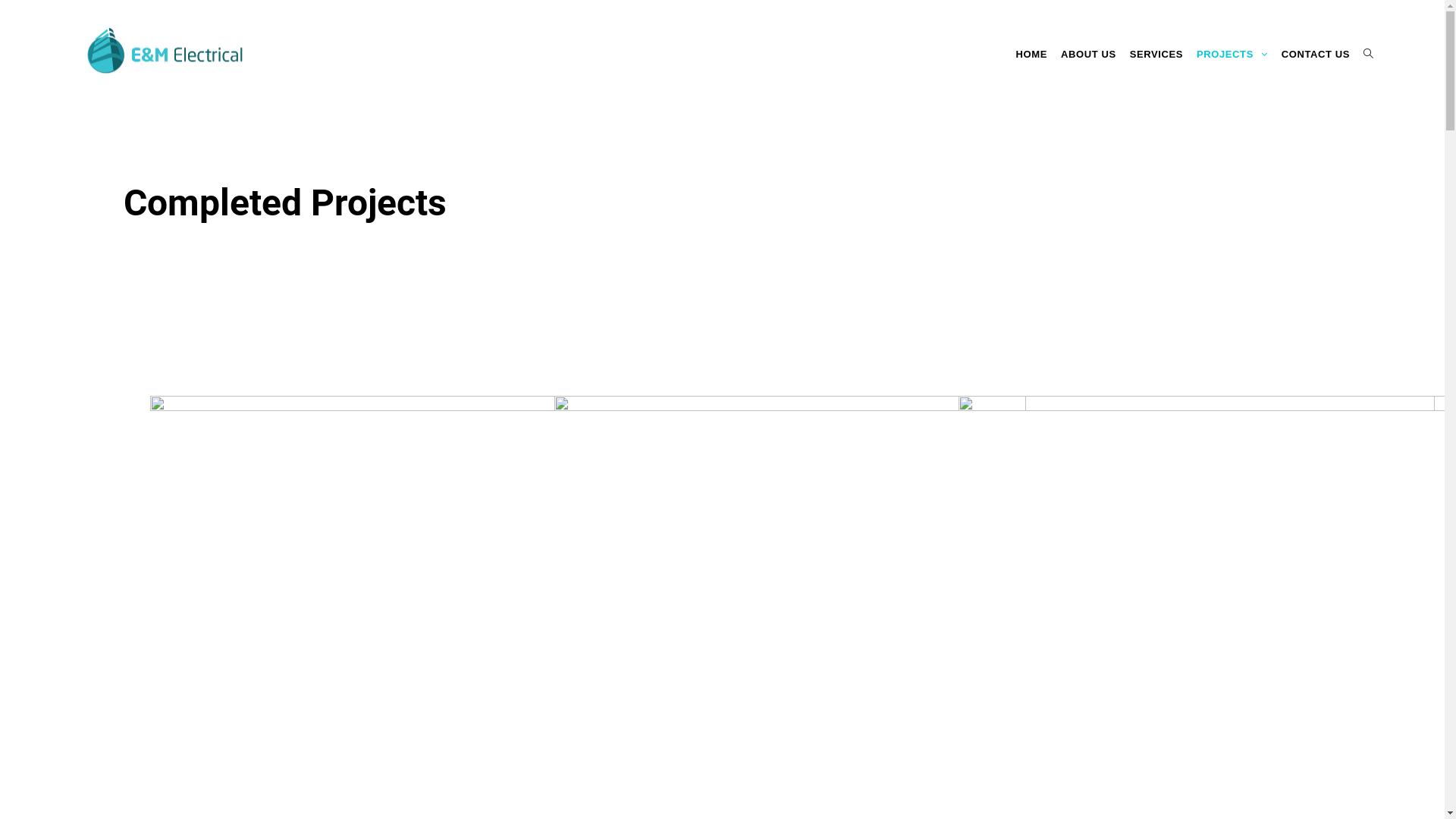  I want to click on 'SERVICES', so click(1156, 54).